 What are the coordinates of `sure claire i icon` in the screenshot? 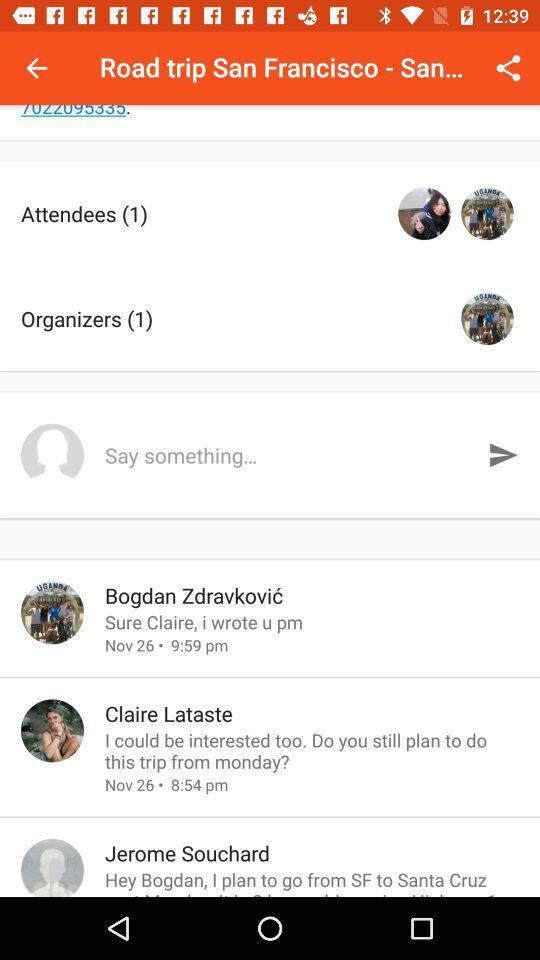 It's located at (312, 621).